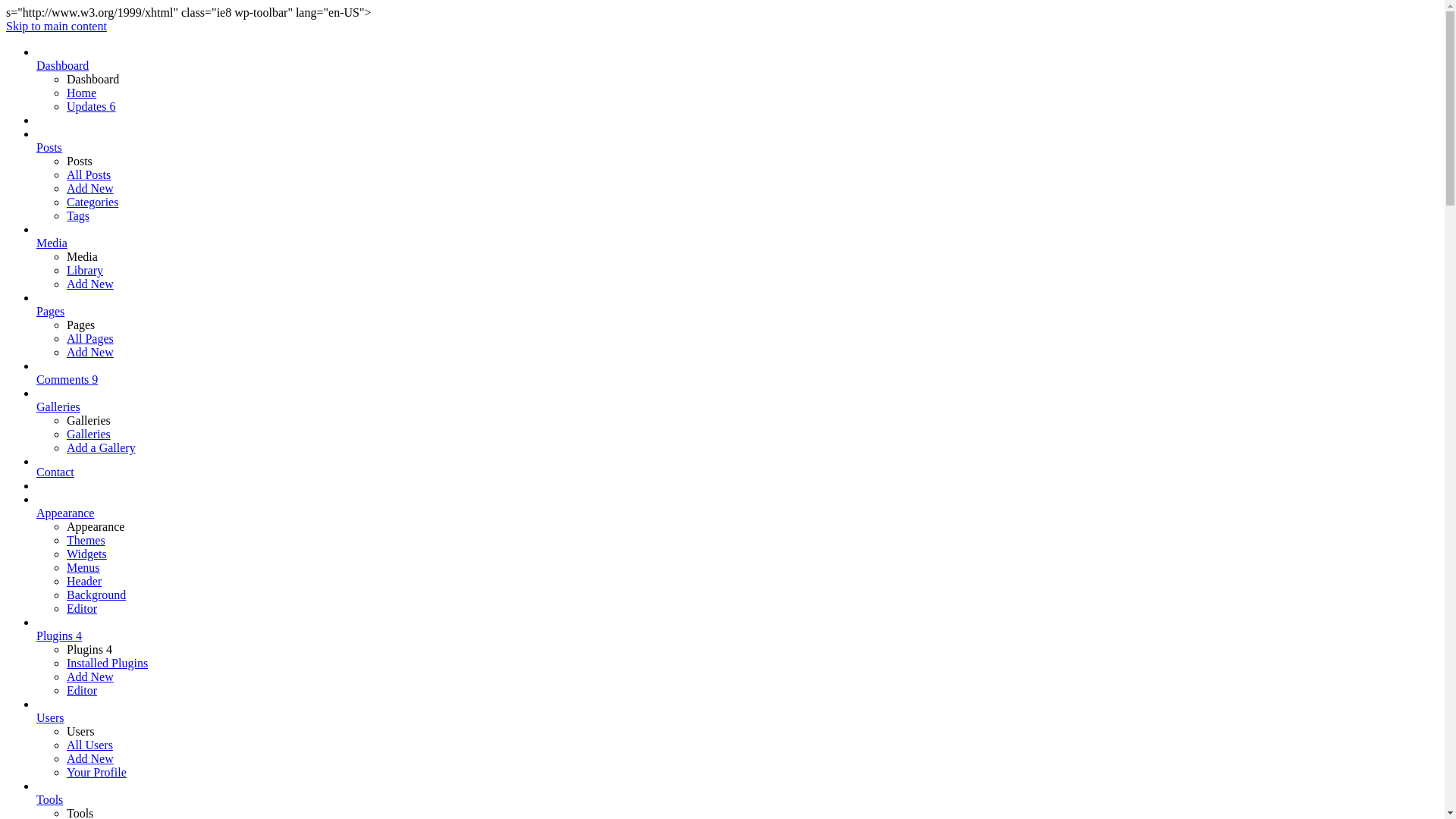 The image size is (1456, 819). What do you see at coordinates (90, 105) in the screenshot?
I see `'Updates 6'` at bounding box center [90, 105].